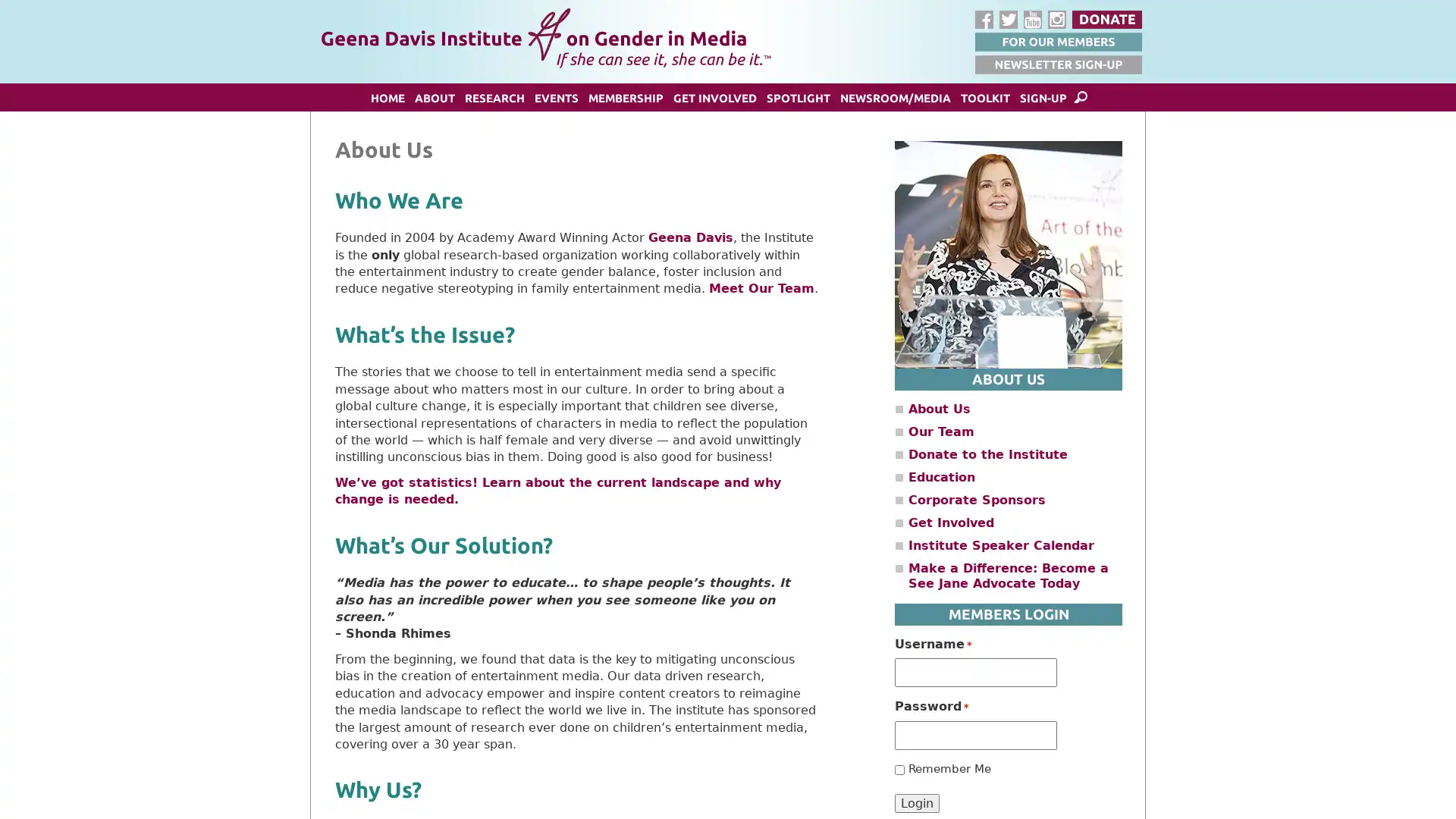  Describe the element at coordinates (916, 802) in the screenshot. I see `Login` at that location.